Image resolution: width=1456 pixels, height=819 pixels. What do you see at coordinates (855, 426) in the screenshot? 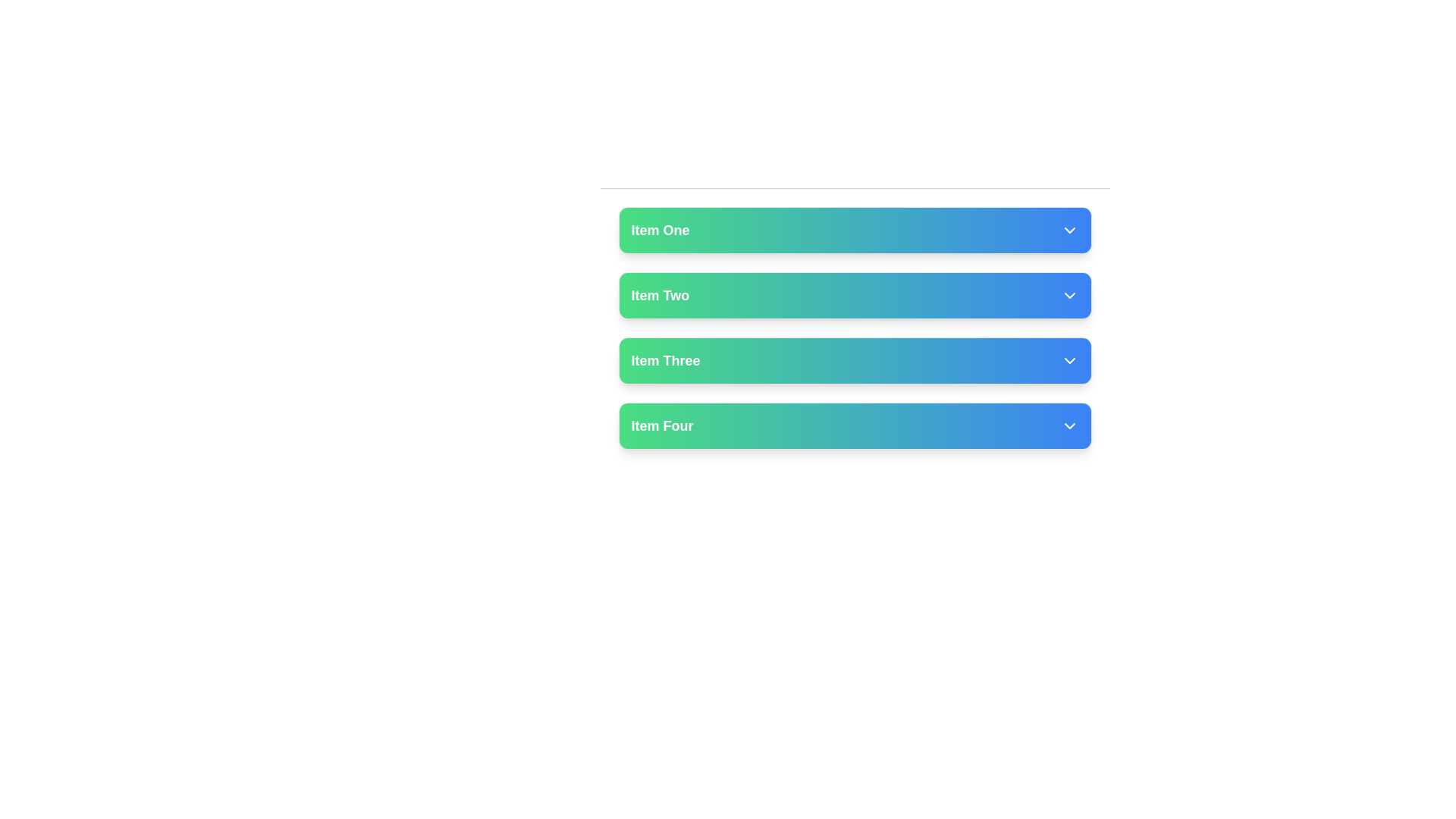
I see `the interactive dropdown button for 'Item Four'` at bounding box center [855, 426].